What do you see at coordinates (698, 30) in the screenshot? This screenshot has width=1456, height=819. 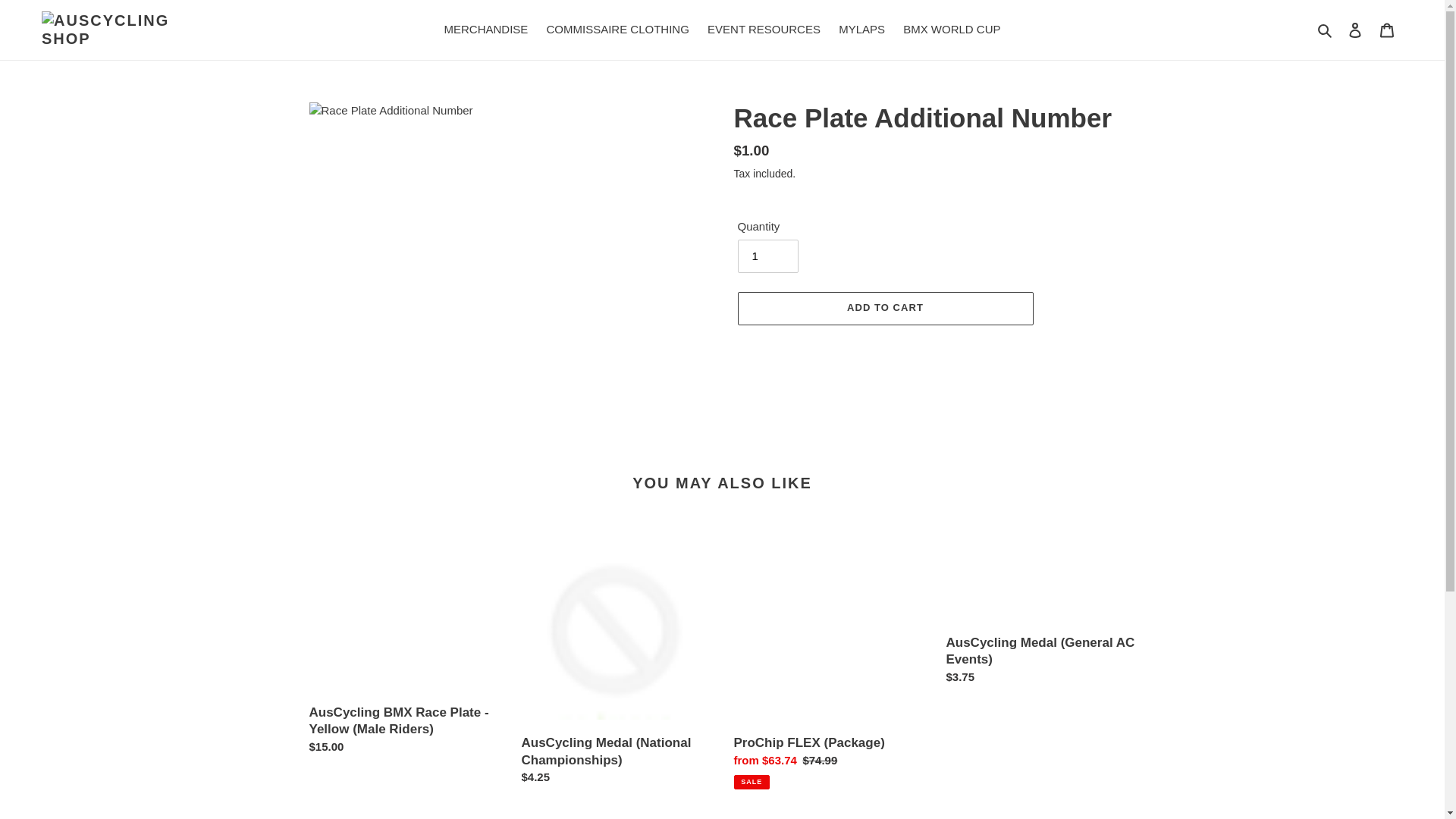 I see `'EVENT RESOURCES'` at bounding box center [698, 30].